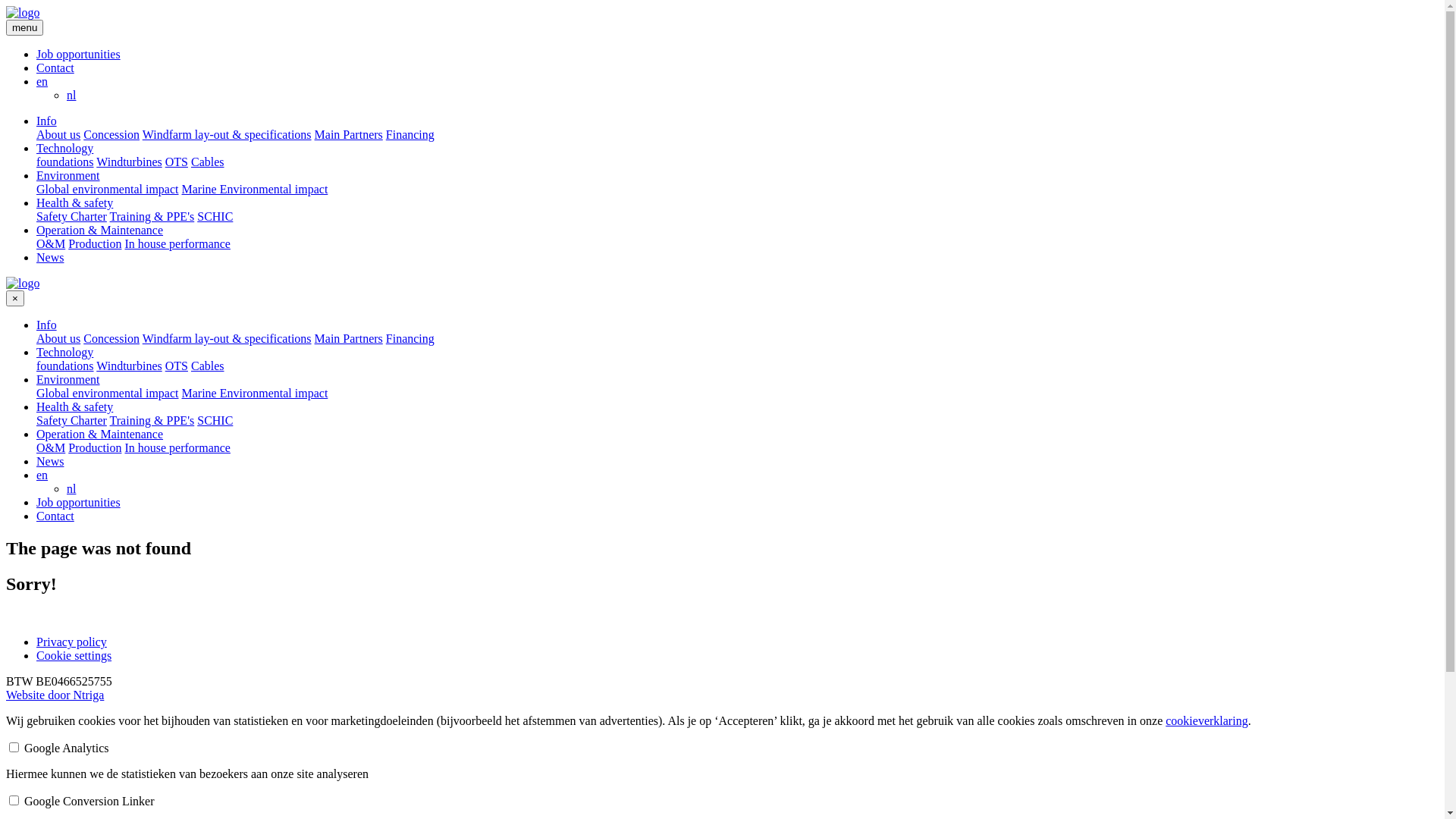 The image size is (1456, 819). Describe the element at coordinates (255, 392) in the screenshot. I see `'Marine Environmental impact'` at that location.